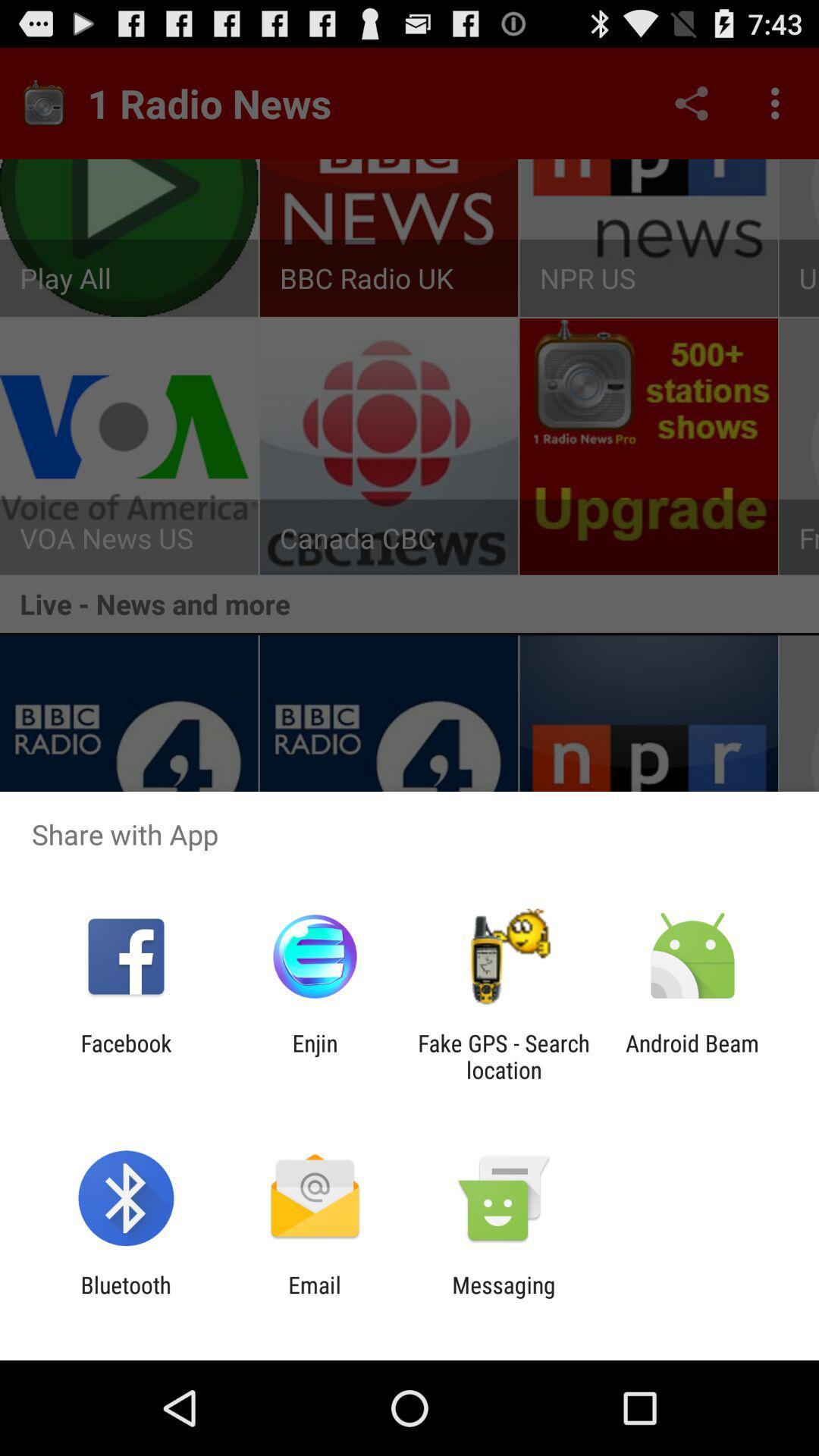 The width and height of the screenshot is (819, 1456). I want to click on icon to the left of email, so click(125, 1298).